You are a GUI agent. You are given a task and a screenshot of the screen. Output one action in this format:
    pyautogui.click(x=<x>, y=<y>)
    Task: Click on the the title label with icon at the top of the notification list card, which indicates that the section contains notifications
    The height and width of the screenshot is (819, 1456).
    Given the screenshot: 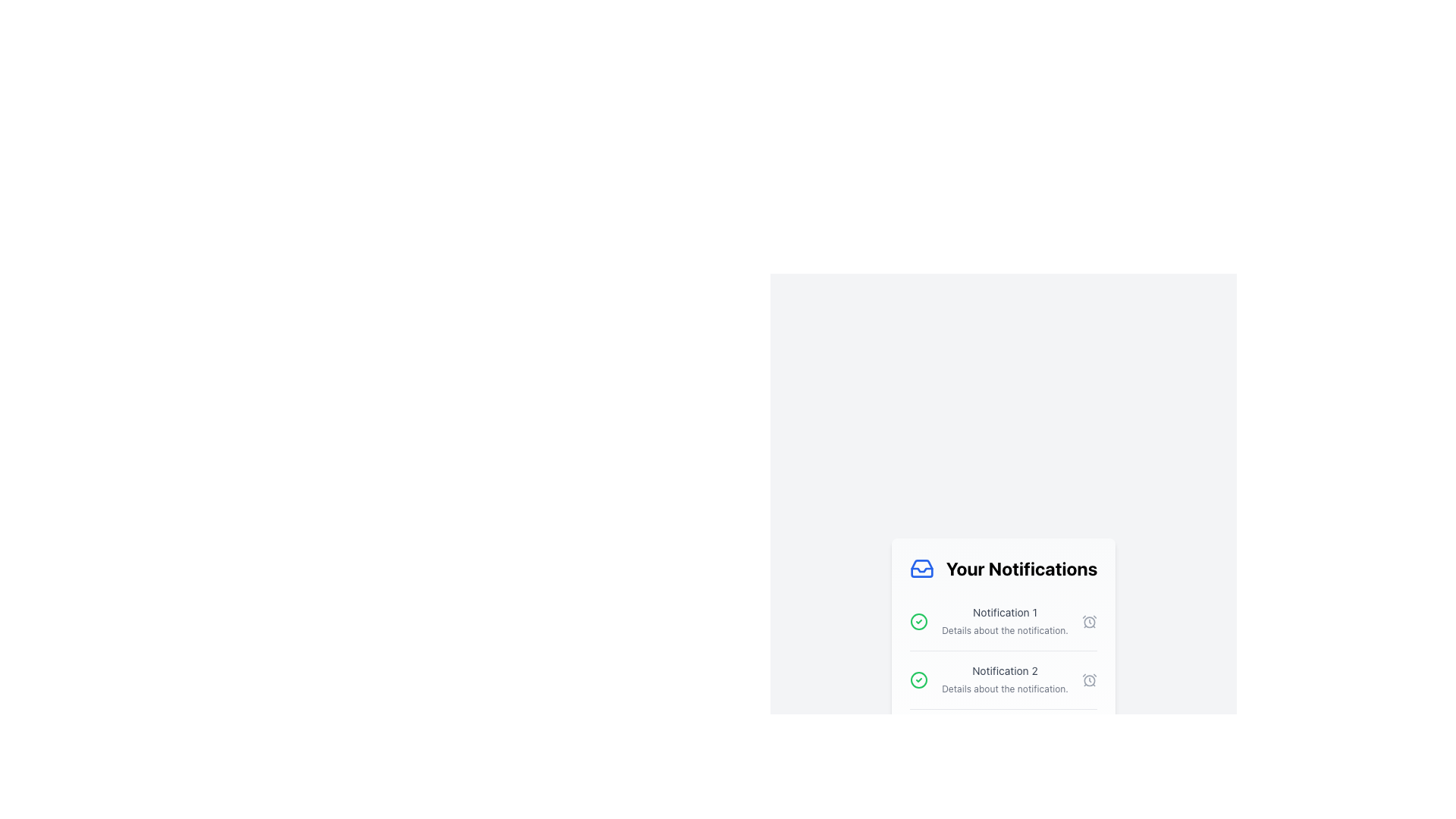 What is the action you would take?
    pyautogui.click(x=1003, y=568)
    